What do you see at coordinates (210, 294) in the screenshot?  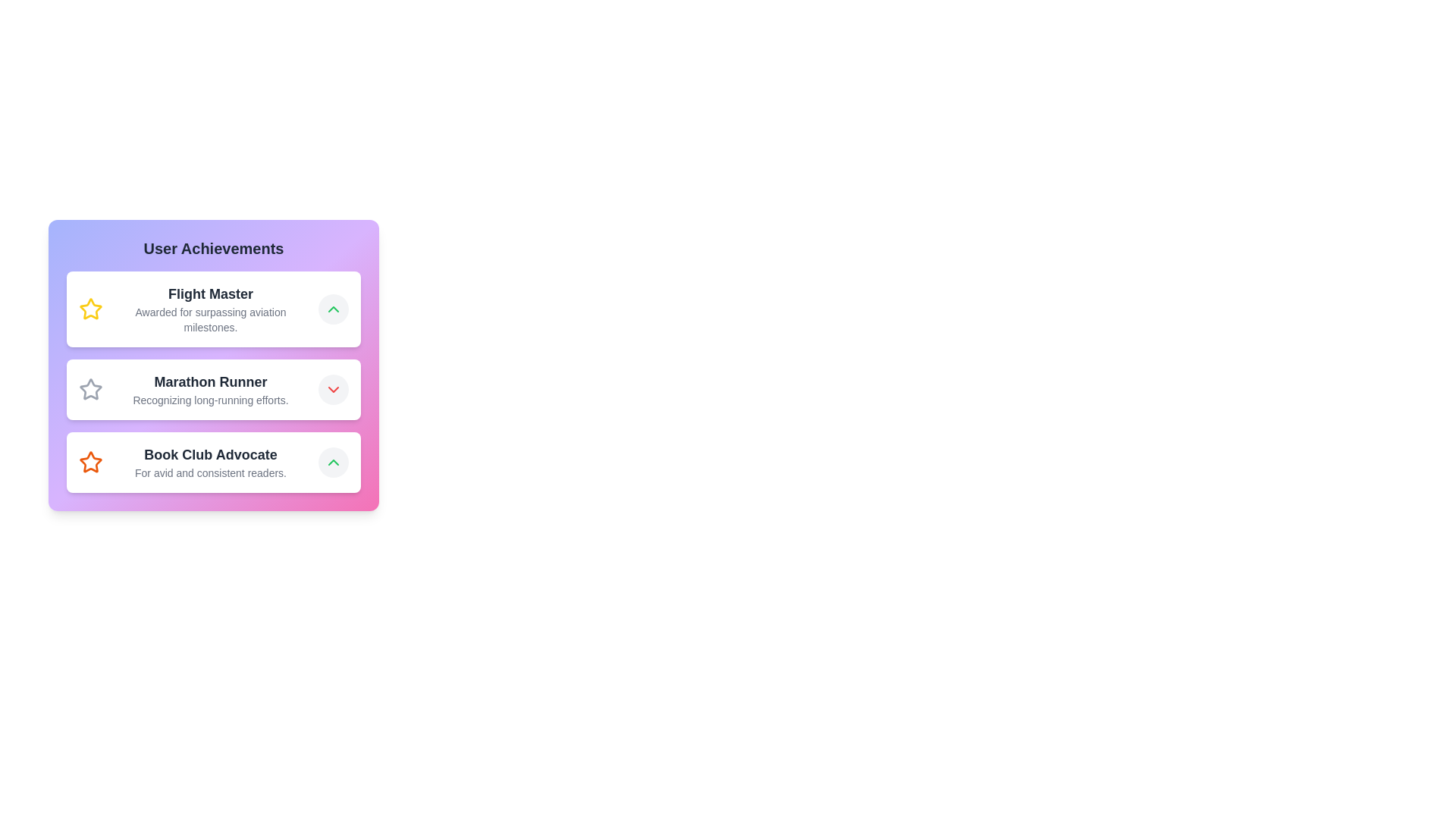 I see `the 'Flight Master' text label, which is bold and large, displayed in dark gray on a light background, located at the top of the achievements list` at bounding box center [210, 294].